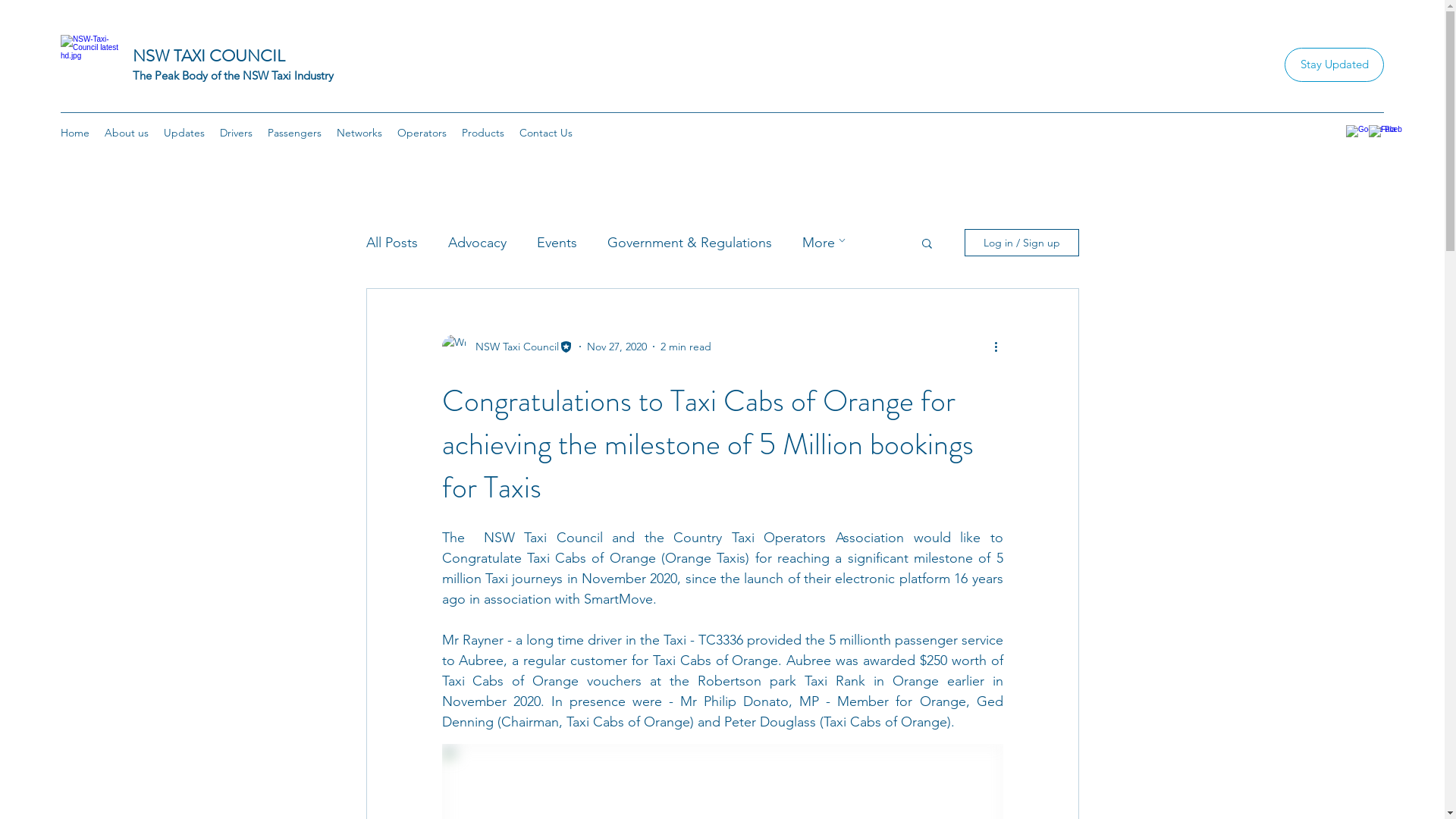 The image size is (1456, 819). What do you see at coordinates (232, 75) in the screenshot?
I see `'The Peak Body of the NSW Taxi Industry'` at bounding box center [232, 75].